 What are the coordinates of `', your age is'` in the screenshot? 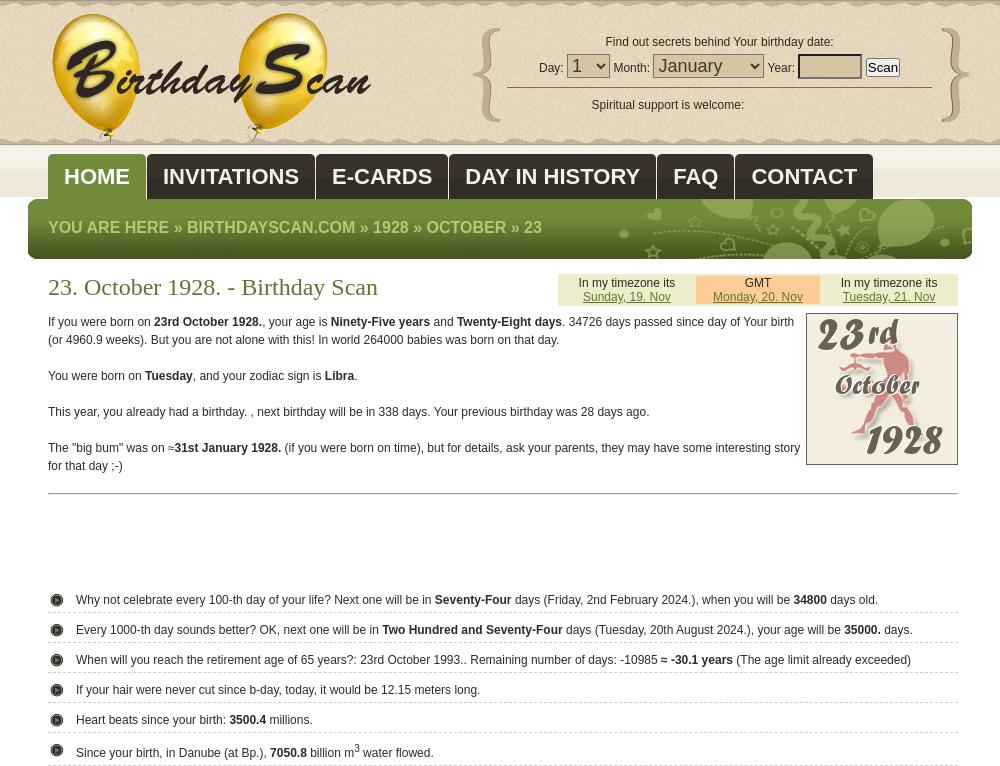 It's located at (296, 321).